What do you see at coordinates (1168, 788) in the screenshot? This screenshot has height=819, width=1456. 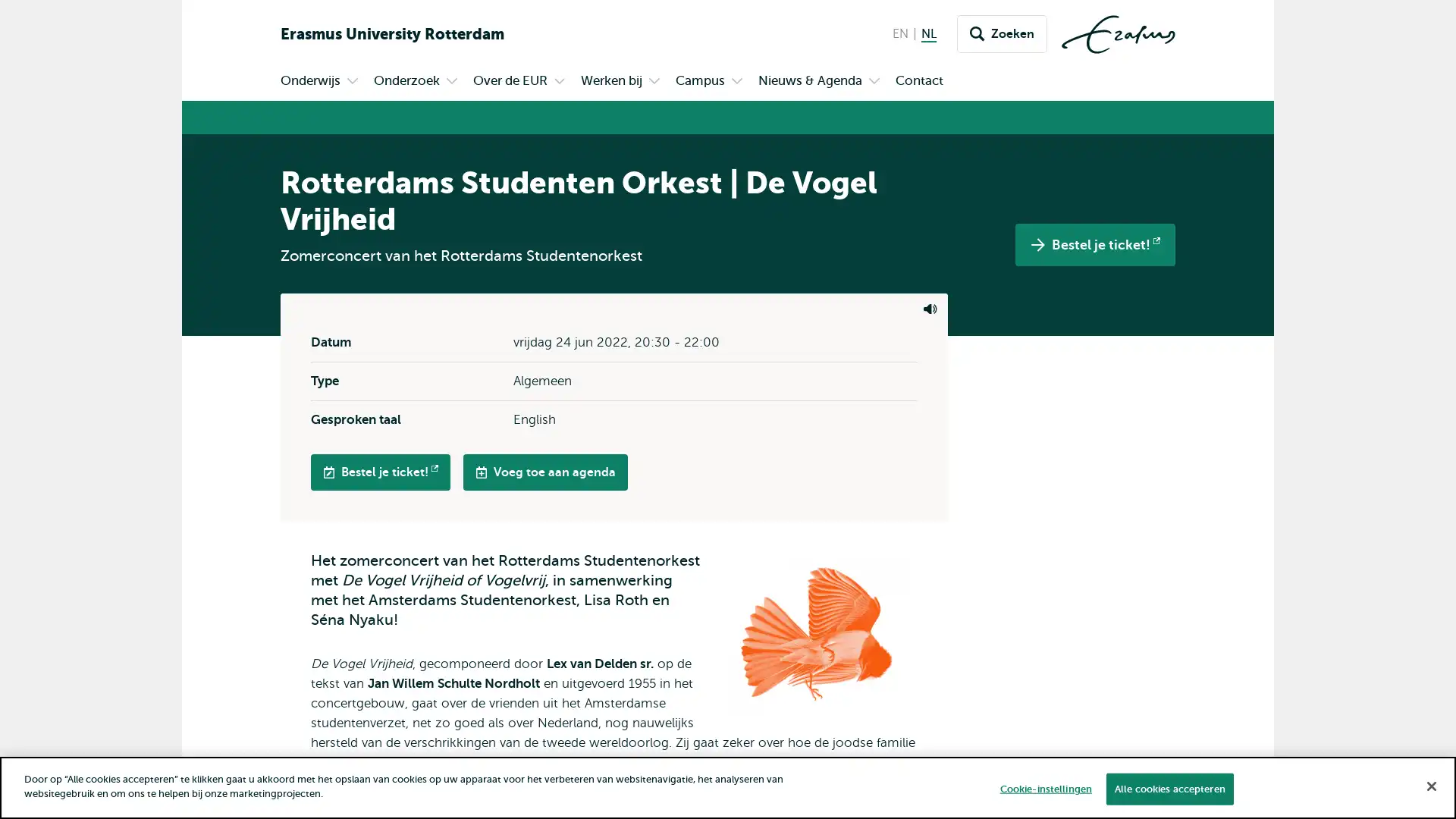 I see `Alle cookies accepteren` at bounding box center [1168, 788].